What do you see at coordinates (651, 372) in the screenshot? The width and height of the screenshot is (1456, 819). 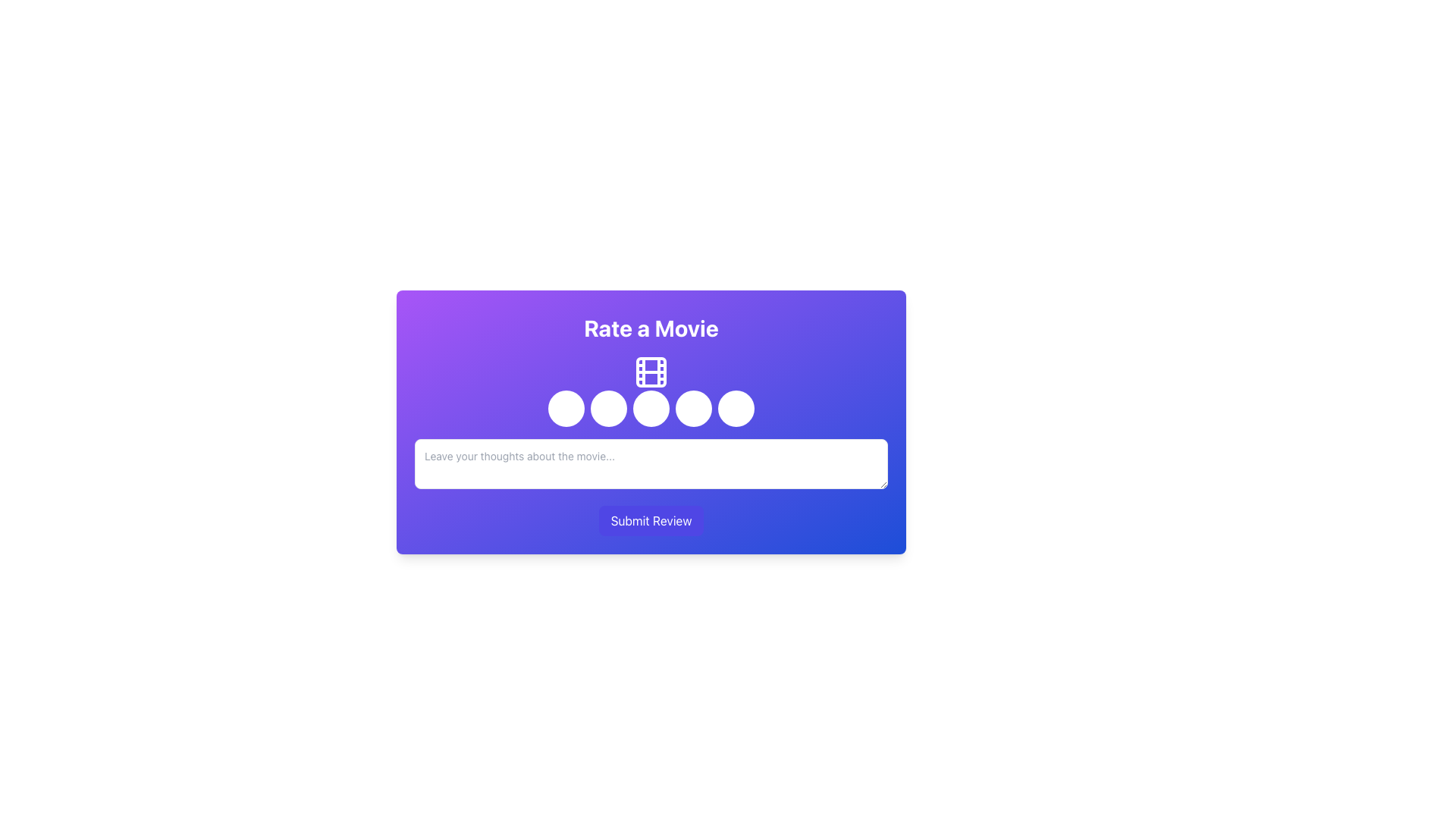 I see `the movie icon located directly below the 'Rate a Movie' text heading, which serves a decorative purpose in the interface` at bounding box center [651, 372].